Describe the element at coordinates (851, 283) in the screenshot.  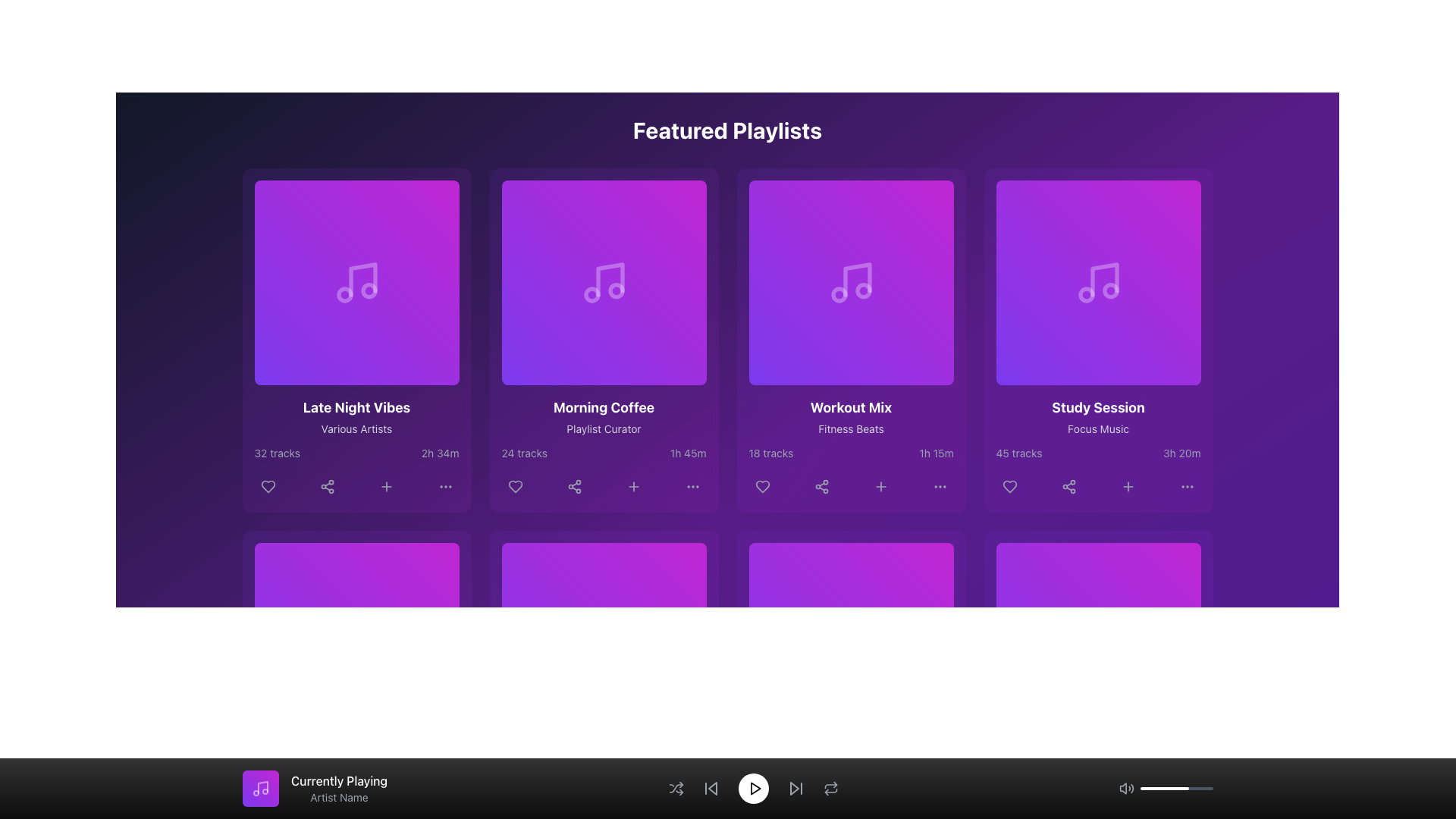
I see `details of the interactive element with the play button located in the second row, third column of the 'Featured Playlists' section` at that location.